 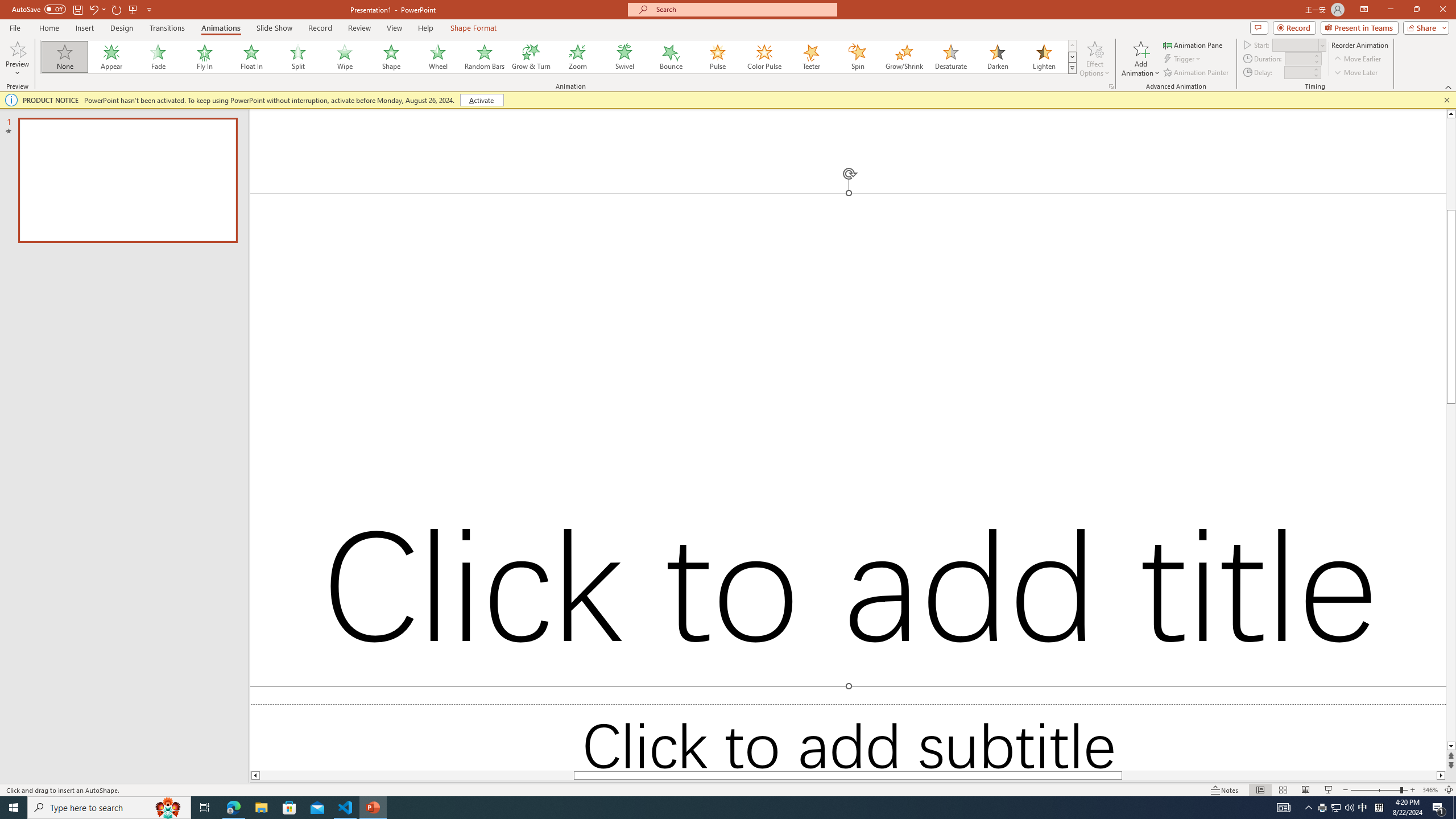 What do you see at coordinates (857, 56) in the screenshot?
I see `'Spin'` at bounding box center [857, 56].